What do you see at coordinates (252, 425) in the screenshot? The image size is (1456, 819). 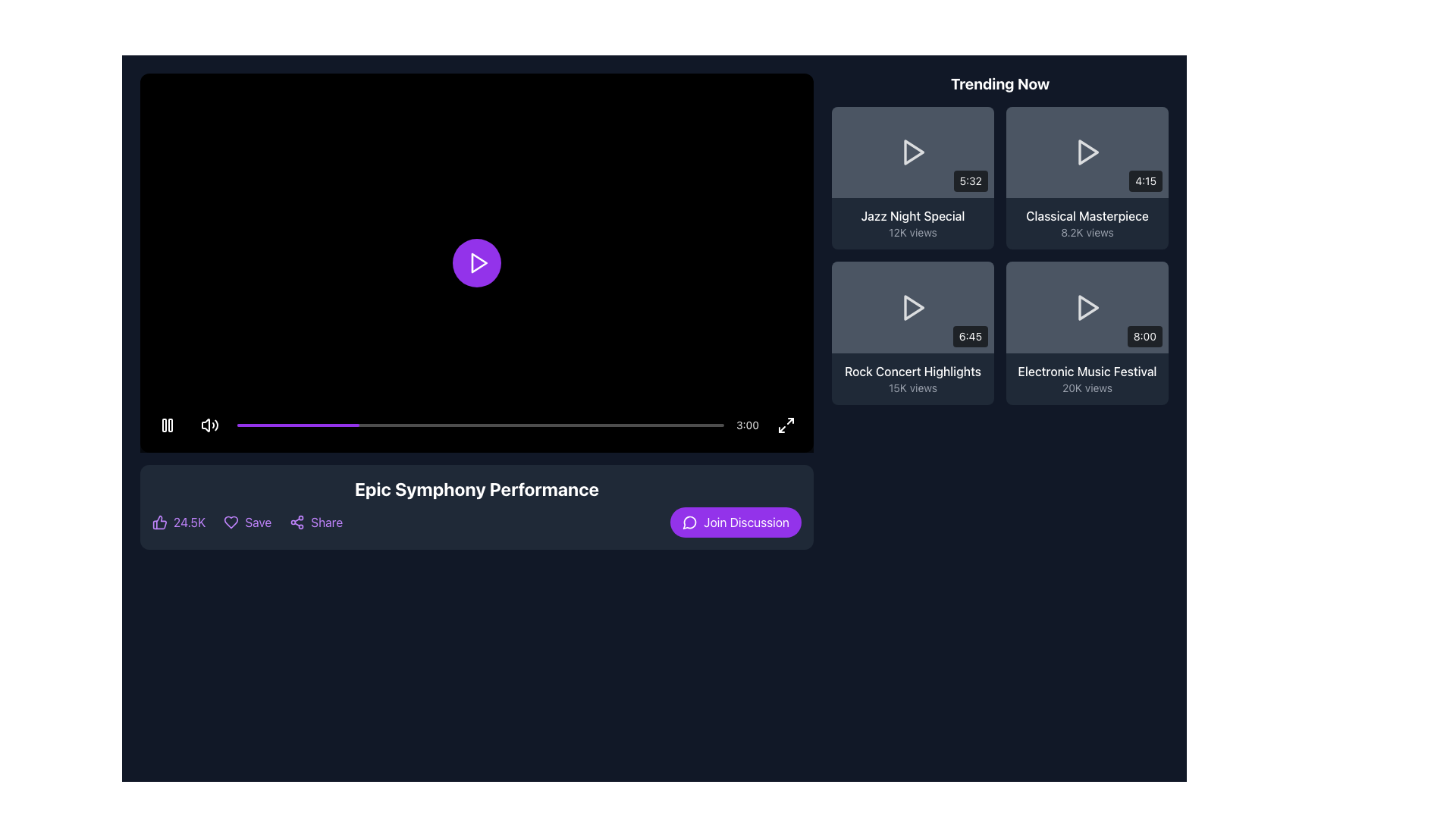 I see `the video playback progress` at bounding box center [252, 425].